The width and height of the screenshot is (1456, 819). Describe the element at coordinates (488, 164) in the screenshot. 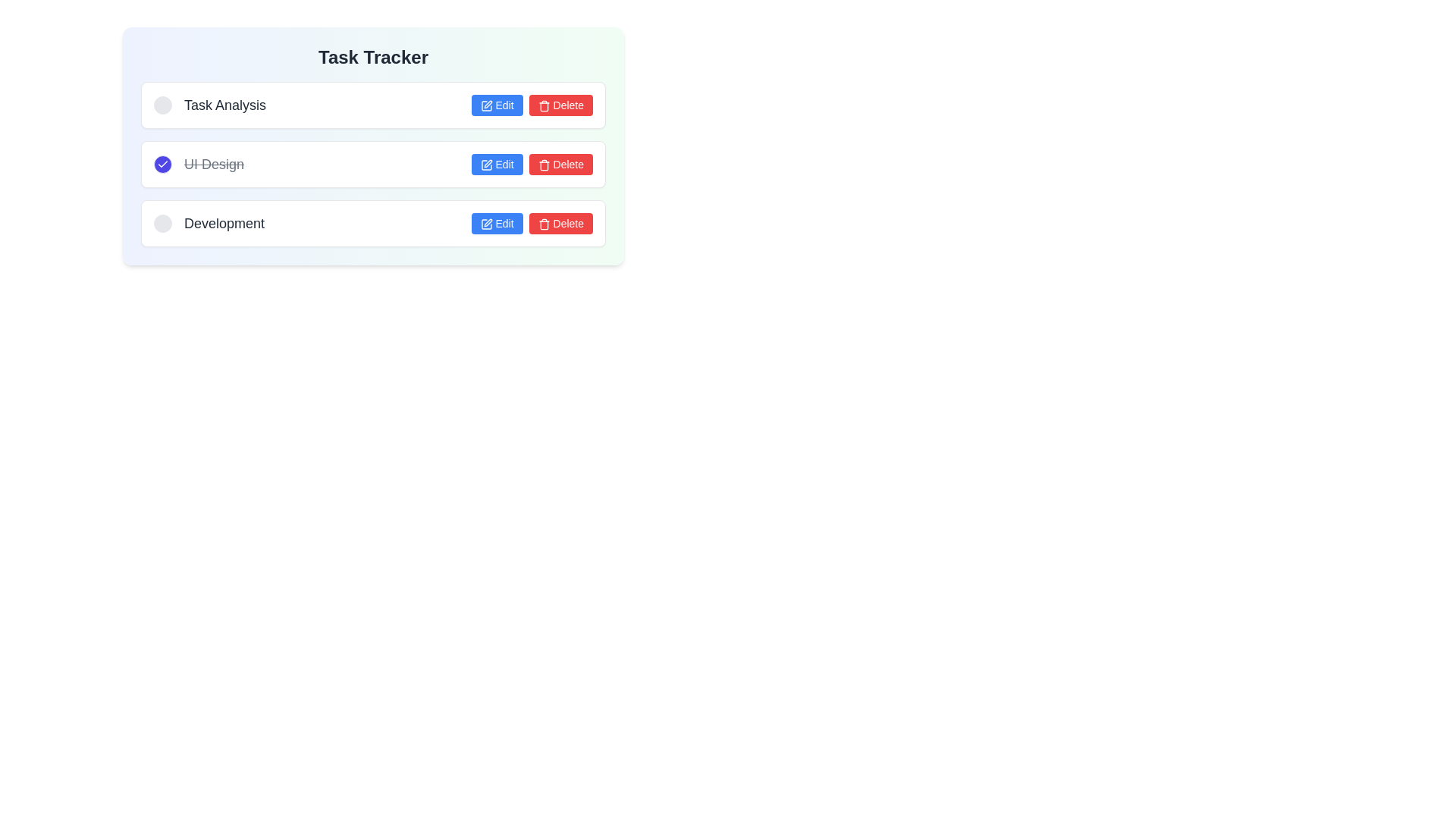

I see `the editing icon button located in the third row of the task list, adjacent to the red delete button` at that location.